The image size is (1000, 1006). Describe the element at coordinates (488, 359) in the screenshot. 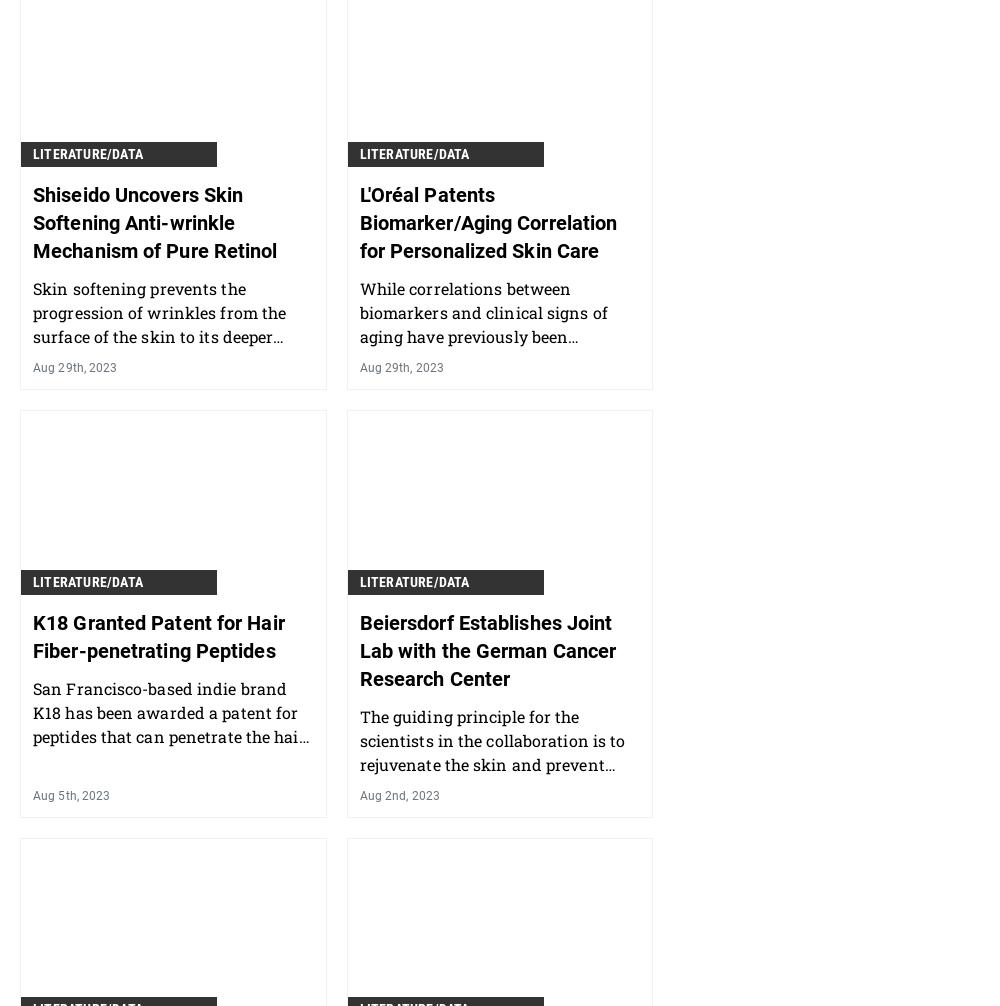

I see `'While correlations between biomarkers and clinical signs of aging have previously been described, this approach takes it a step further — to generate personalized skin care recommendations.'` at that location.